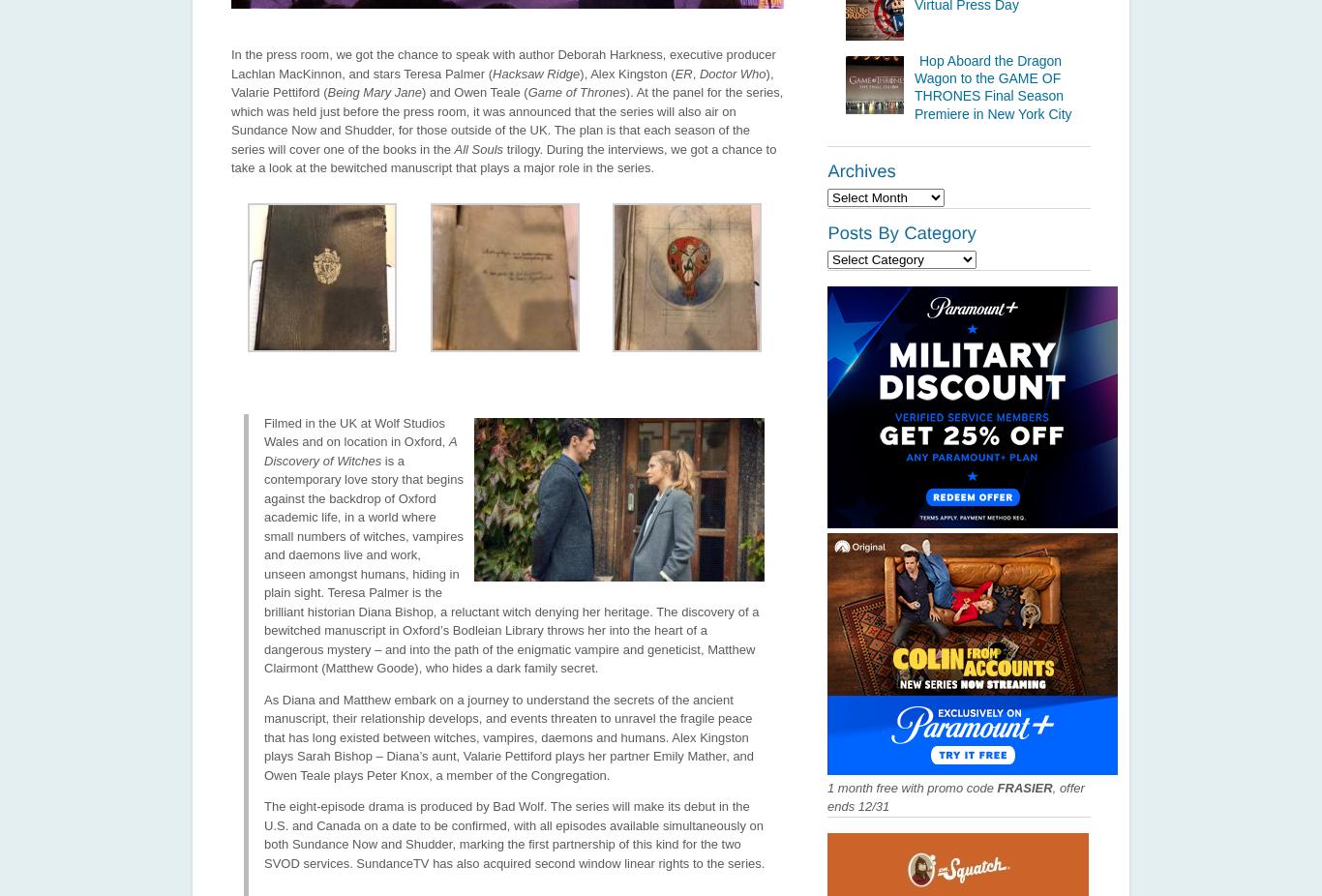 The image size is (1322, 896). What do you see at coordinates (355, 432) in the screenshot?
I see `'Filmed in the UK at Wolf Studios Wales and on location in Oxford,'` at bounding box center [355, 432].